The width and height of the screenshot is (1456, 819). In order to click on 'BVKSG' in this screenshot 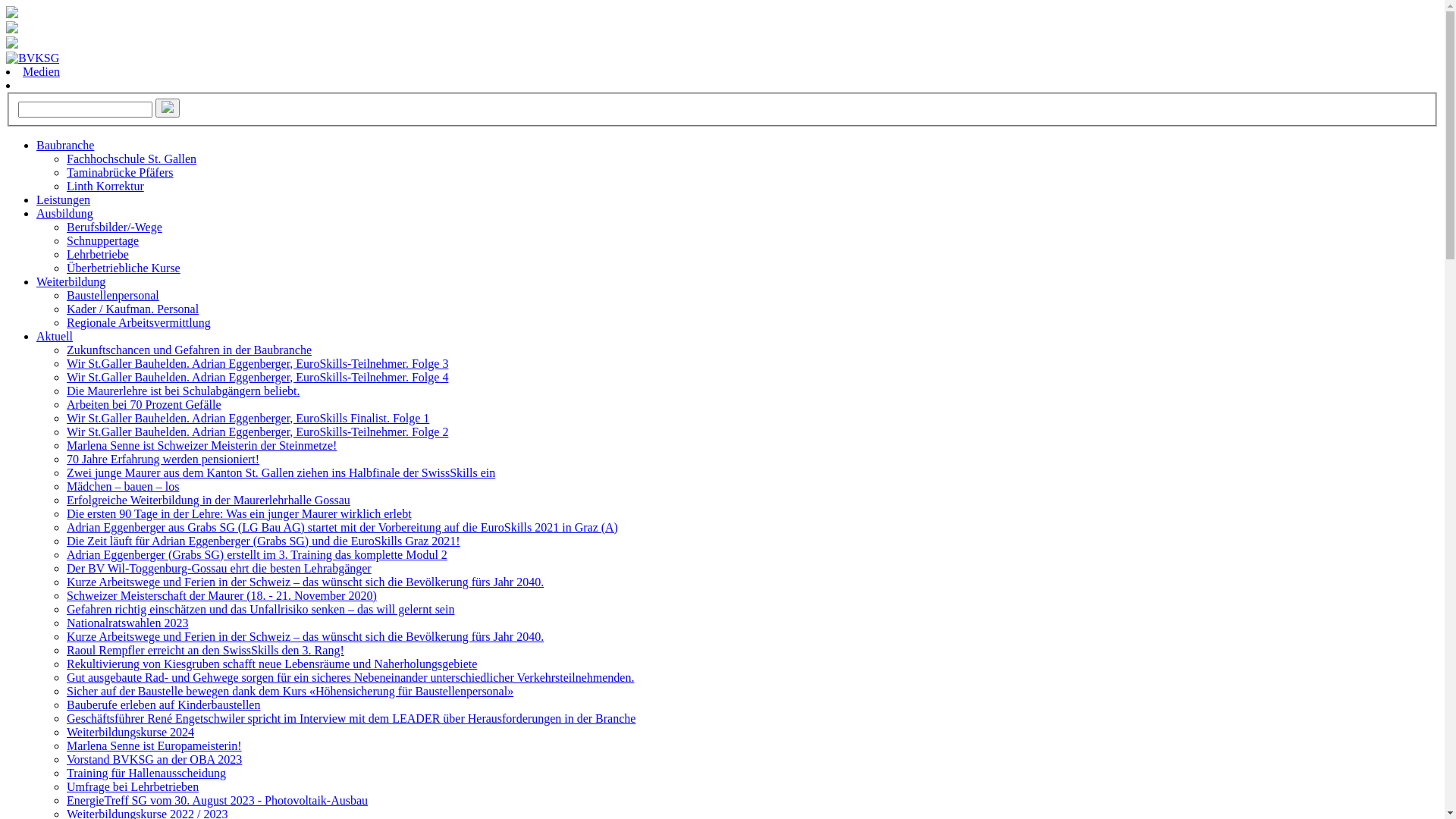, I will do `click(33, 58)`.